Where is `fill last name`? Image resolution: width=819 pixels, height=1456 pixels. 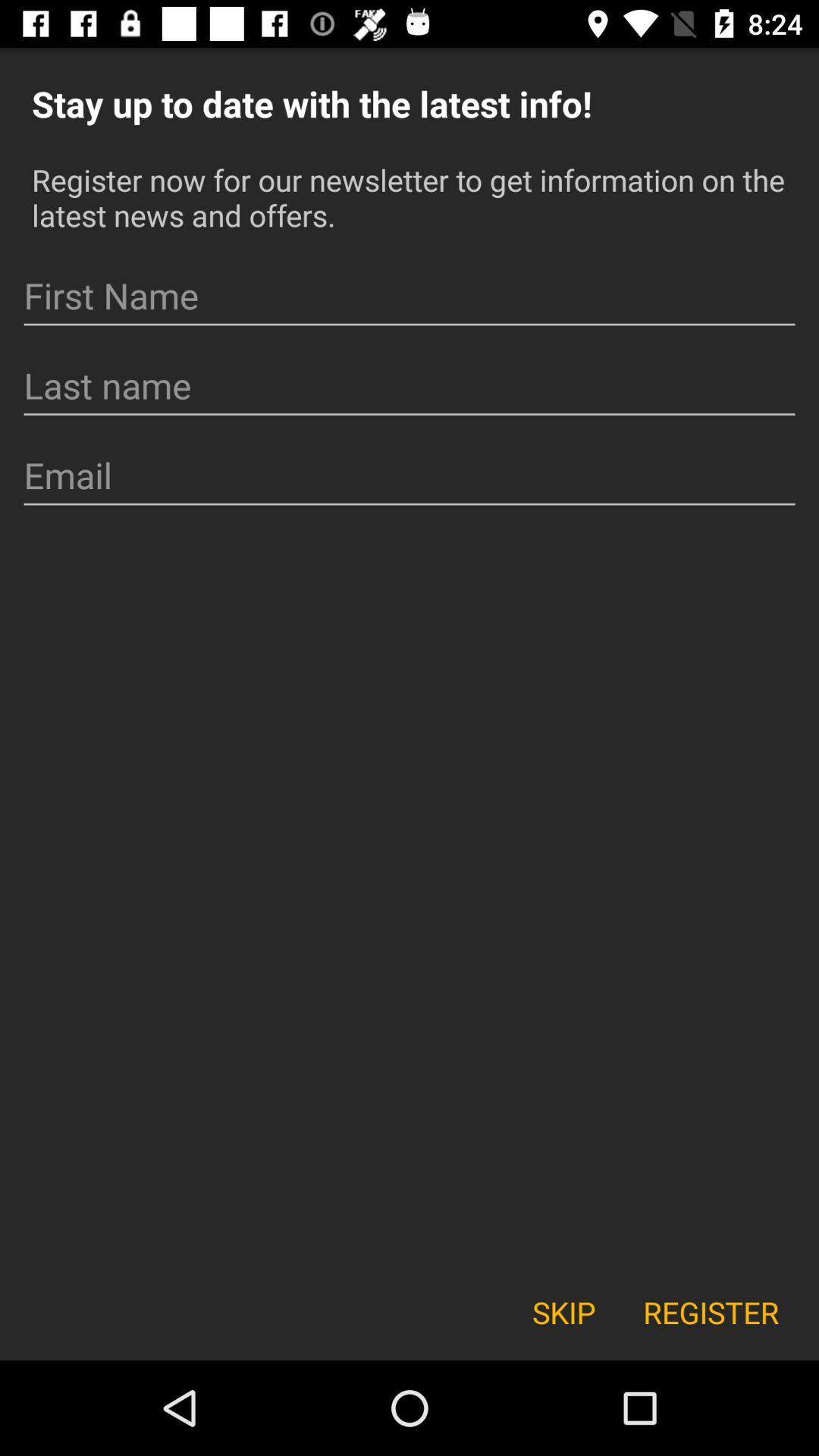
fill last name is located at coordinates (409, 386).